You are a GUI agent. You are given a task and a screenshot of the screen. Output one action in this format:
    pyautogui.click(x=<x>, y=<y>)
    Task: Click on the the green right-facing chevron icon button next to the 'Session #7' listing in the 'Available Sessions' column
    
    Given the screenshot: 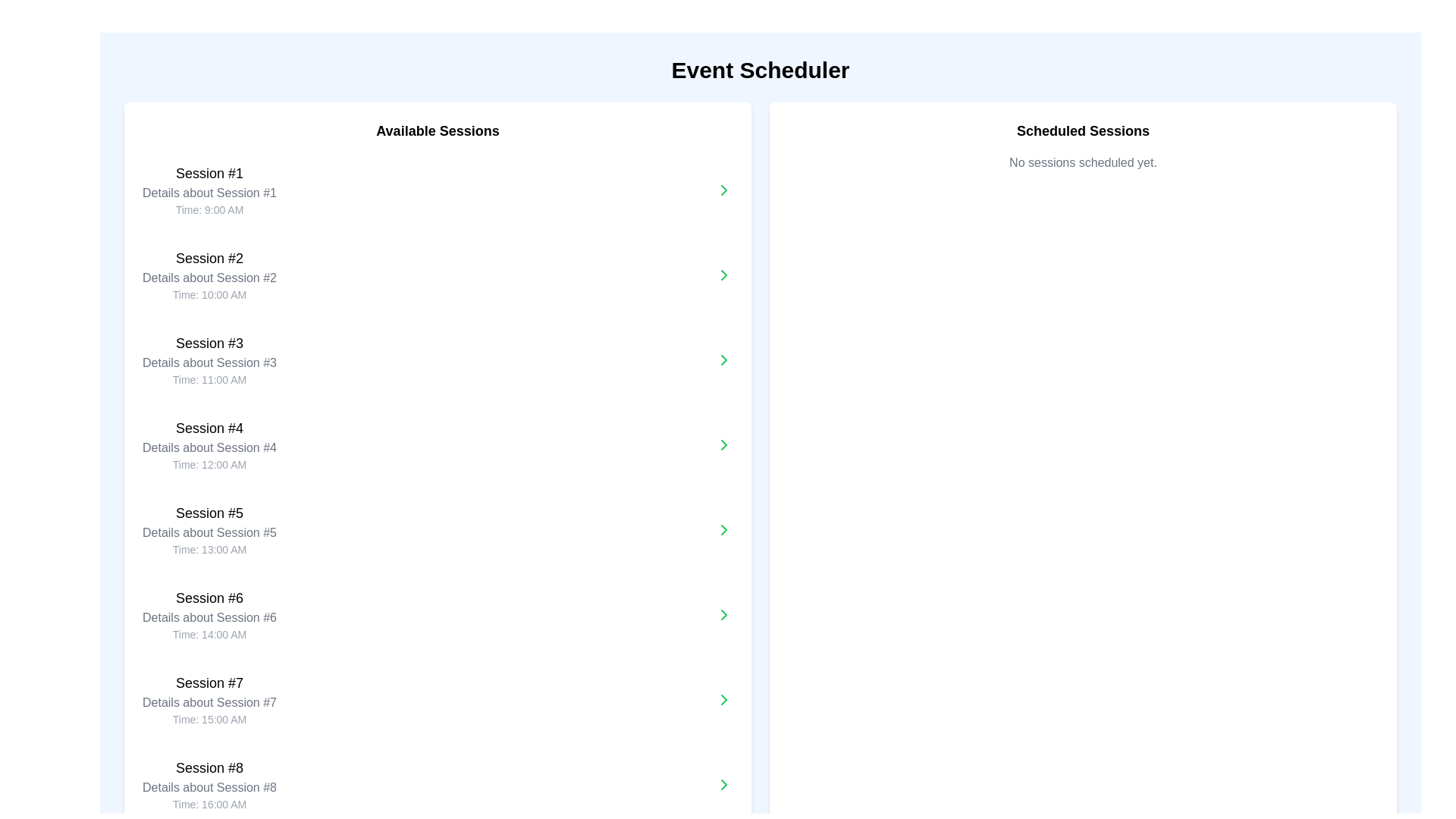 What is the action you would take?
    pyautogui.click(x=723, y=699)
    